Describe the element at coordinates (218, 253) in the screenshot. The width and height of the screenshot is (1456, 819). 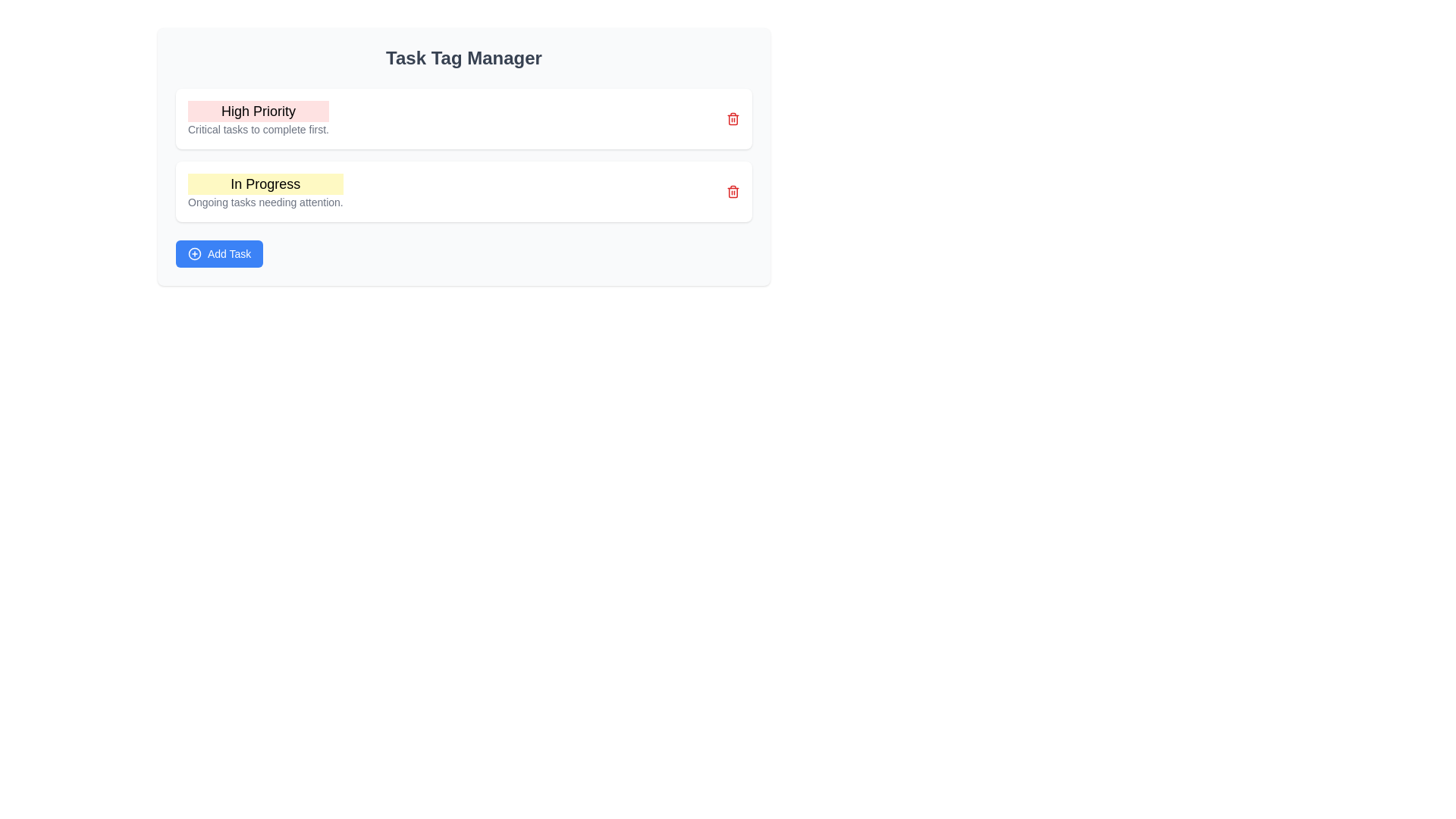
I see `the blue rectangular 'Add Task' button with rounded corners located at the bottom of the 'Task Tag Manager' panel` at that location.